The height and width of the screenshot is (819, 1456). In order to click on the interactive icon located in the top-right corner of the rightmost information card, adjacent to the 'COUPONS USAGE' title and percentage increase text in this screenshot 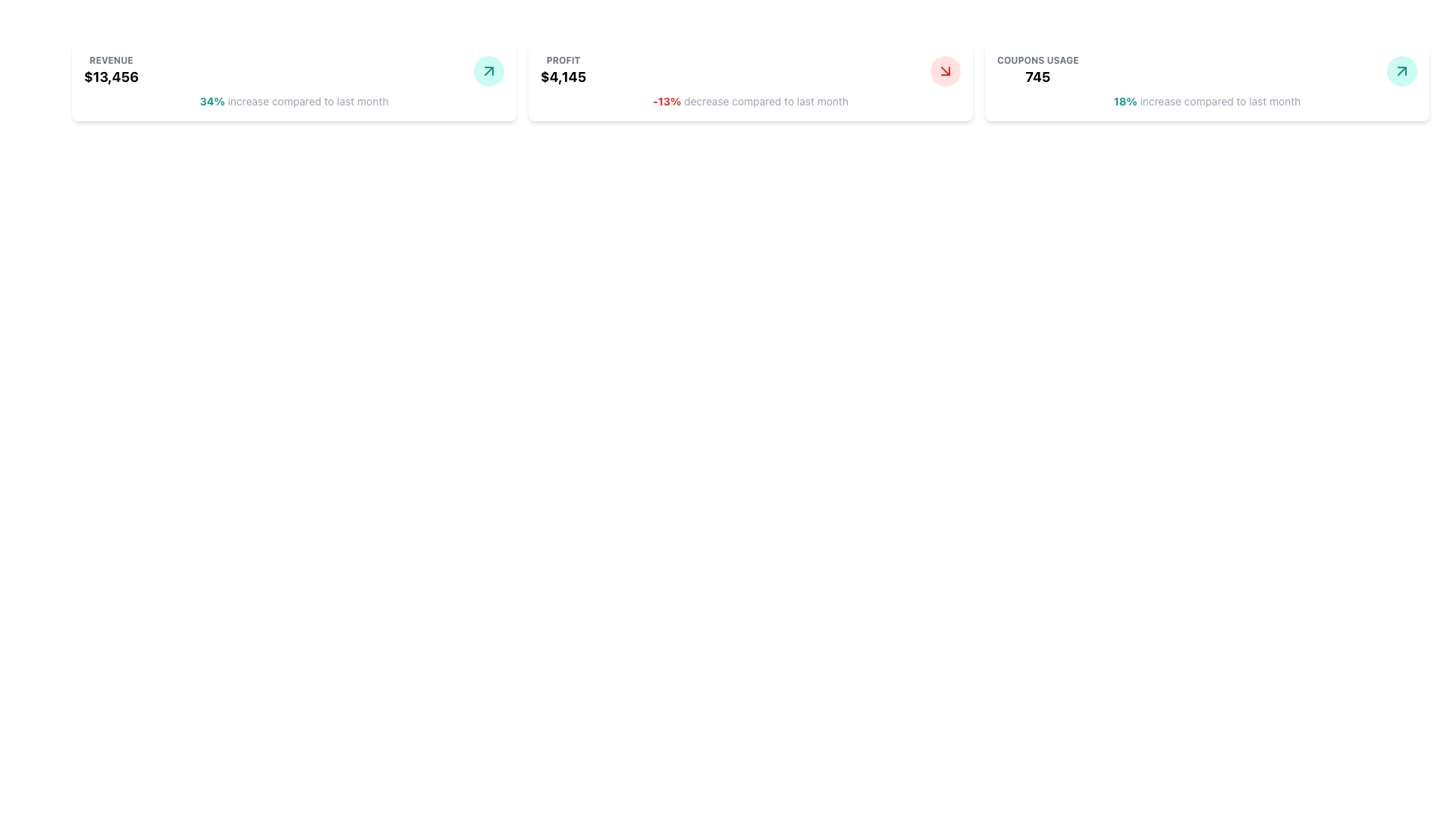, I will do `click(1401, 71)`.